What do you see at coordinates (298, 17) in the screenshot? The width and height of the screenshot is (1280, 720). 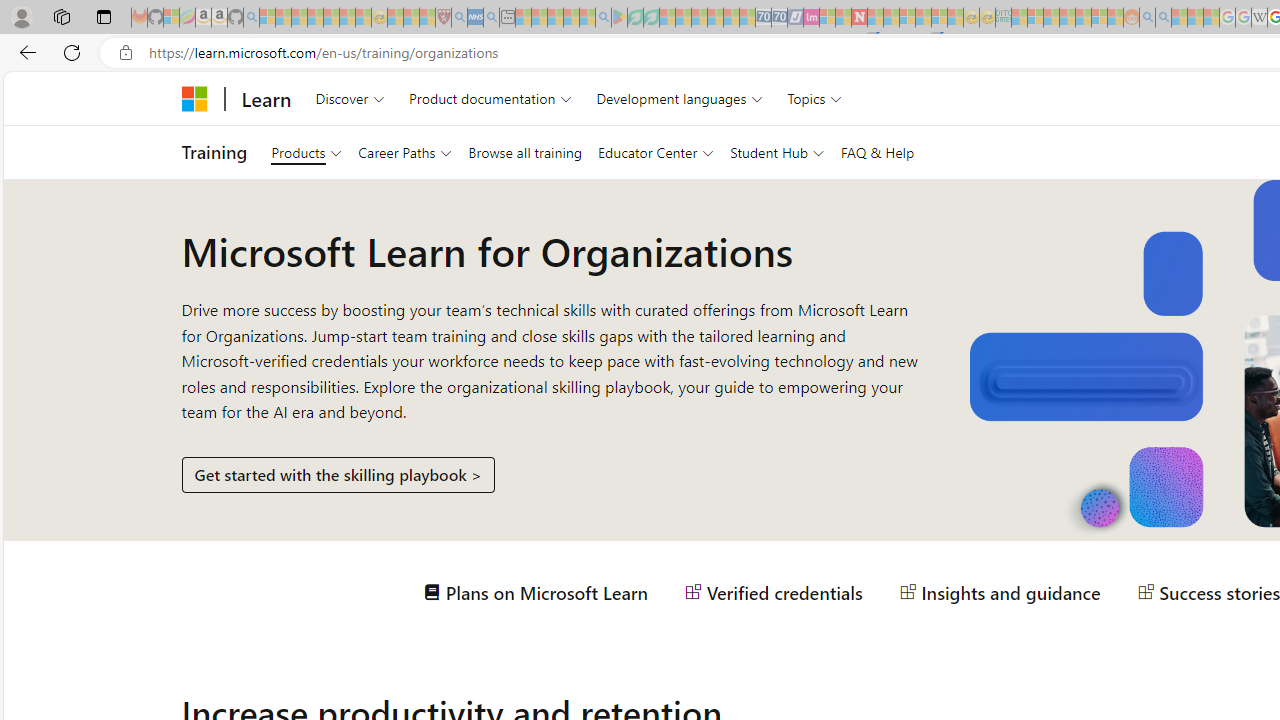 I see `'The Weather Channel - MSN - Sleeping'` at bounding box center [298, 17].